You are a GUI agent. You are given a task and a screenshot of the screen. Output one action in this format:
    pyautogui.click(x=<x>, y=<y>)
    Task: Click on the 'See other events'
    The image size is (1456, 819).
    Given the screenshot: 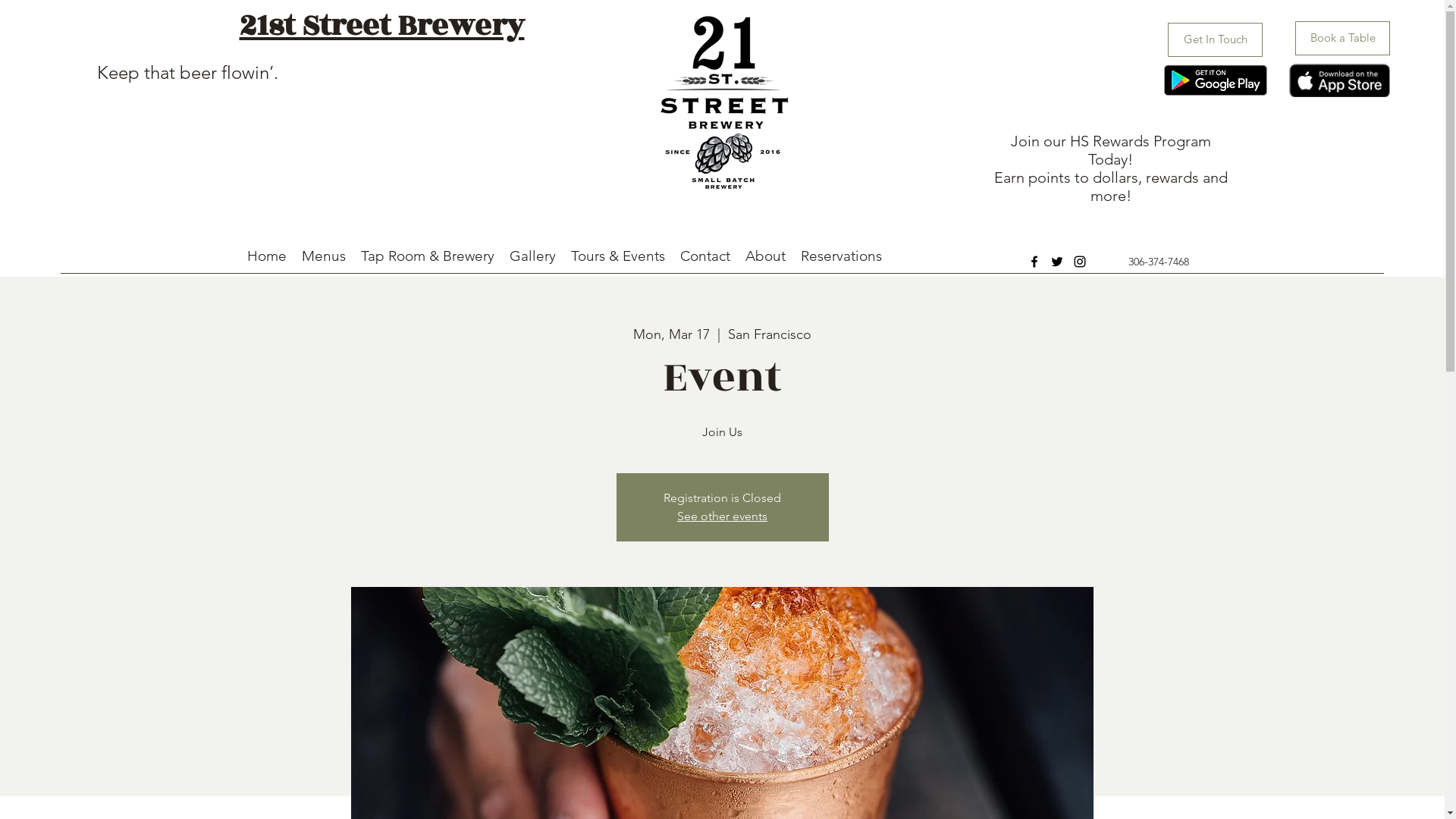 What is the action you would take?
    pyautogui.click(x=676, y=515)
    